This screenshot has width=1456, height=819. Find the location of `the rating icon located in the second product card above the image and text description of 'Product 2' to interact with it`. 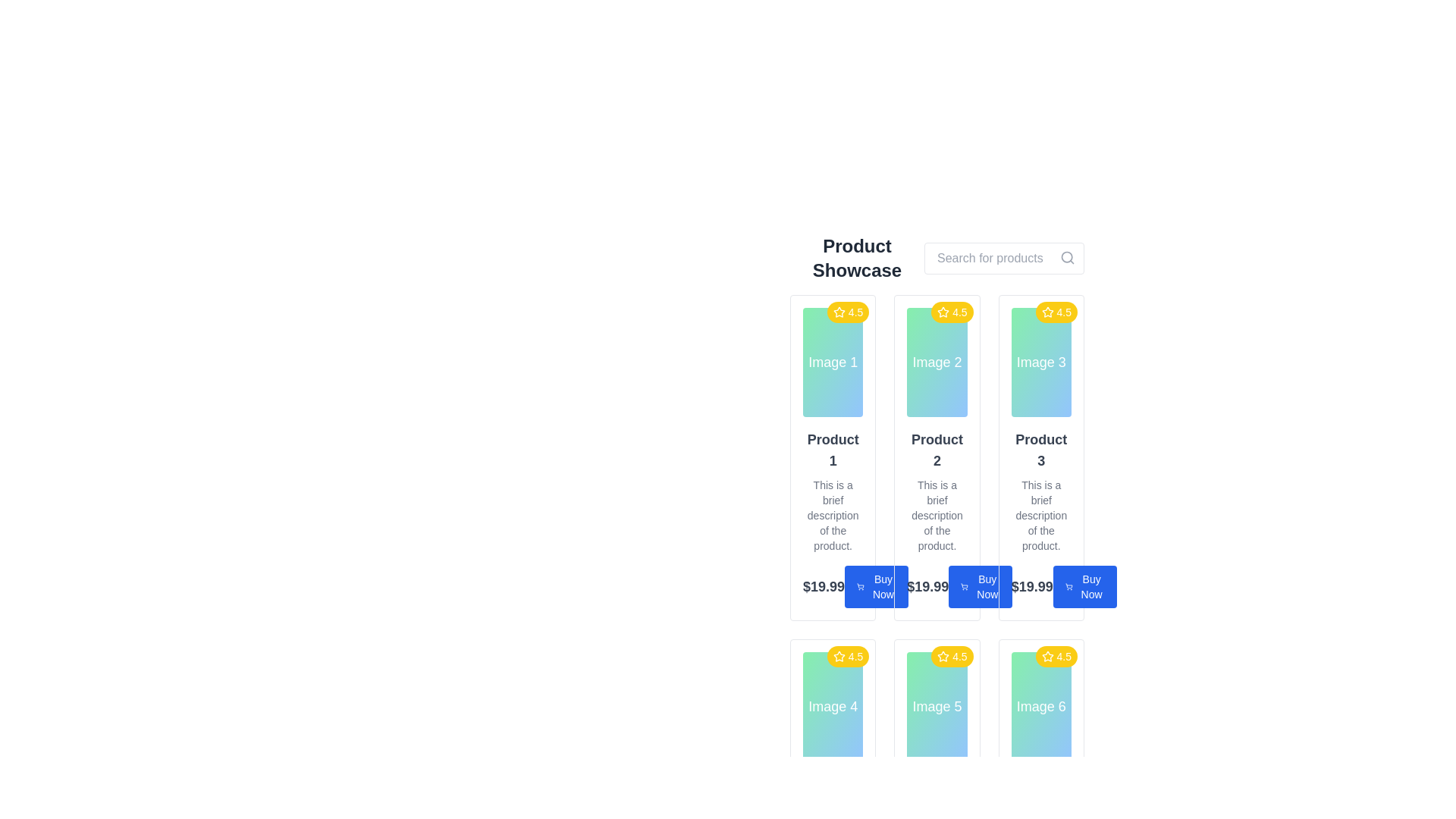

the rating icon located in the second product card above the image and text description of 'Product 2' to interact with it is located at coordinates (942, 311).